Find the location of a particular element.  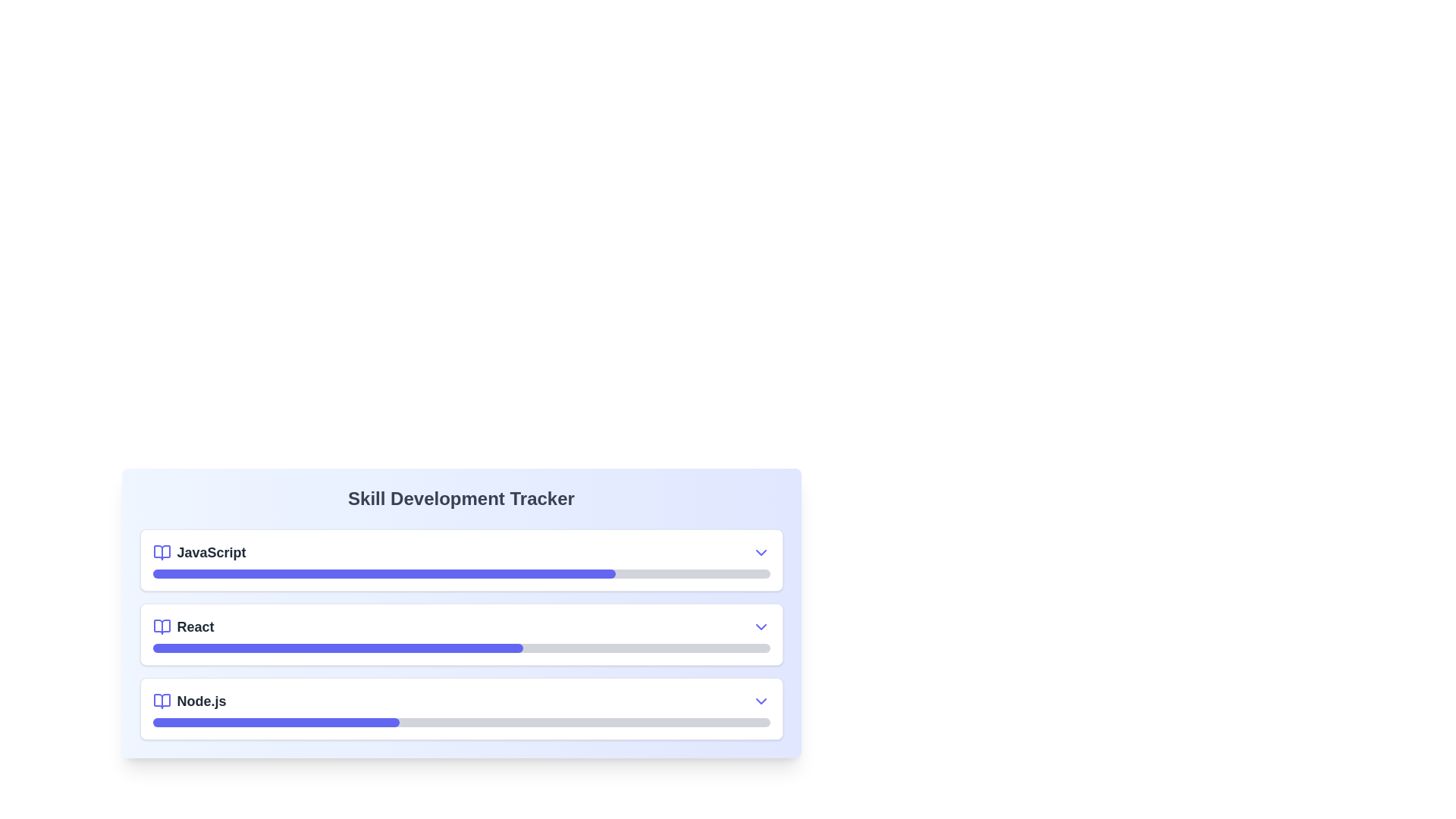

the progress bar indicating the completion level for the 'JavaScript' skill, located below the 'JavaScript' title text in the skill tracker card is located at coordinates (460, 573).